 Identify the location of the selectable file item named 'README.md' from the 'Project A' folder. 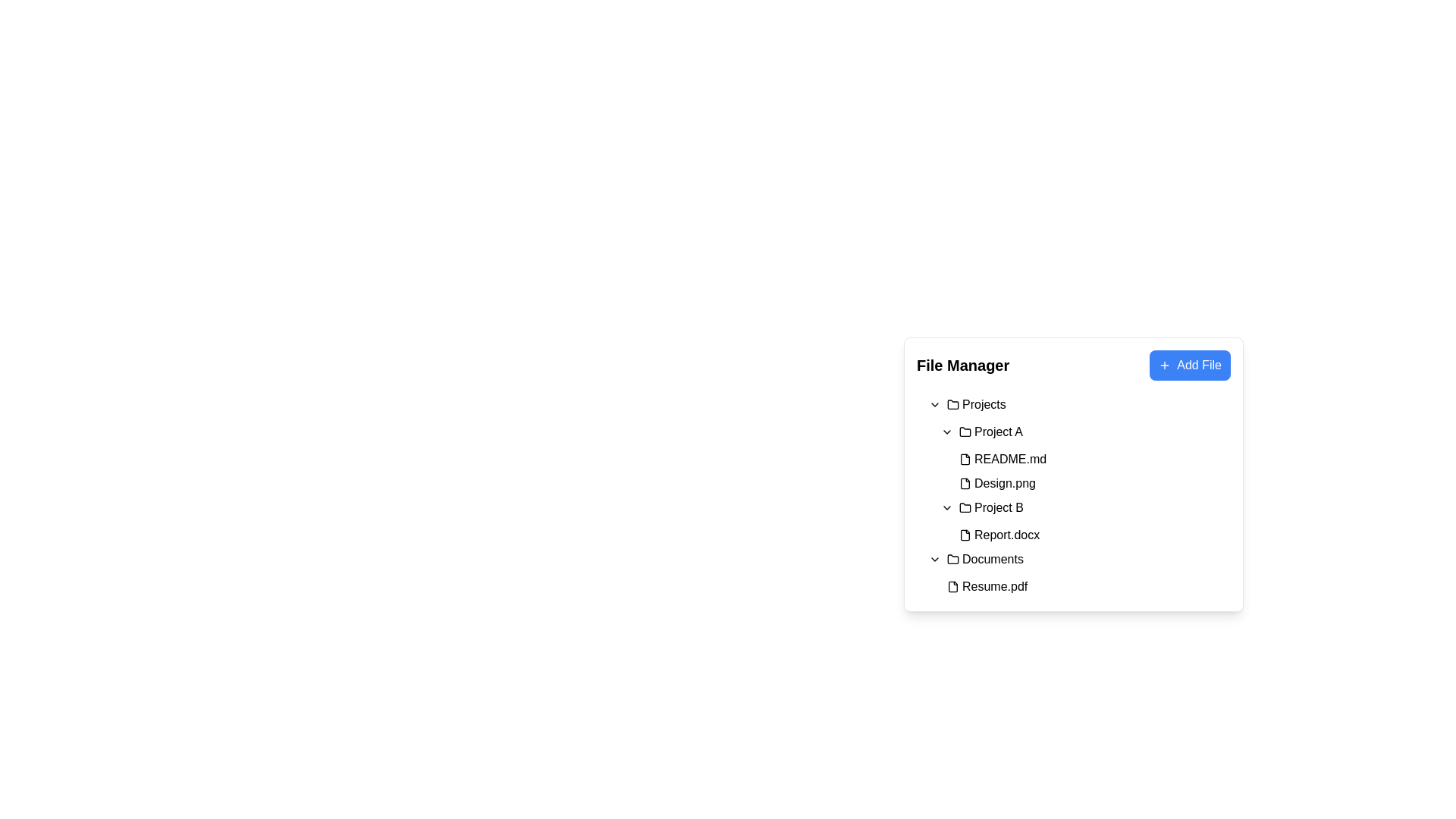
(1079, 457).